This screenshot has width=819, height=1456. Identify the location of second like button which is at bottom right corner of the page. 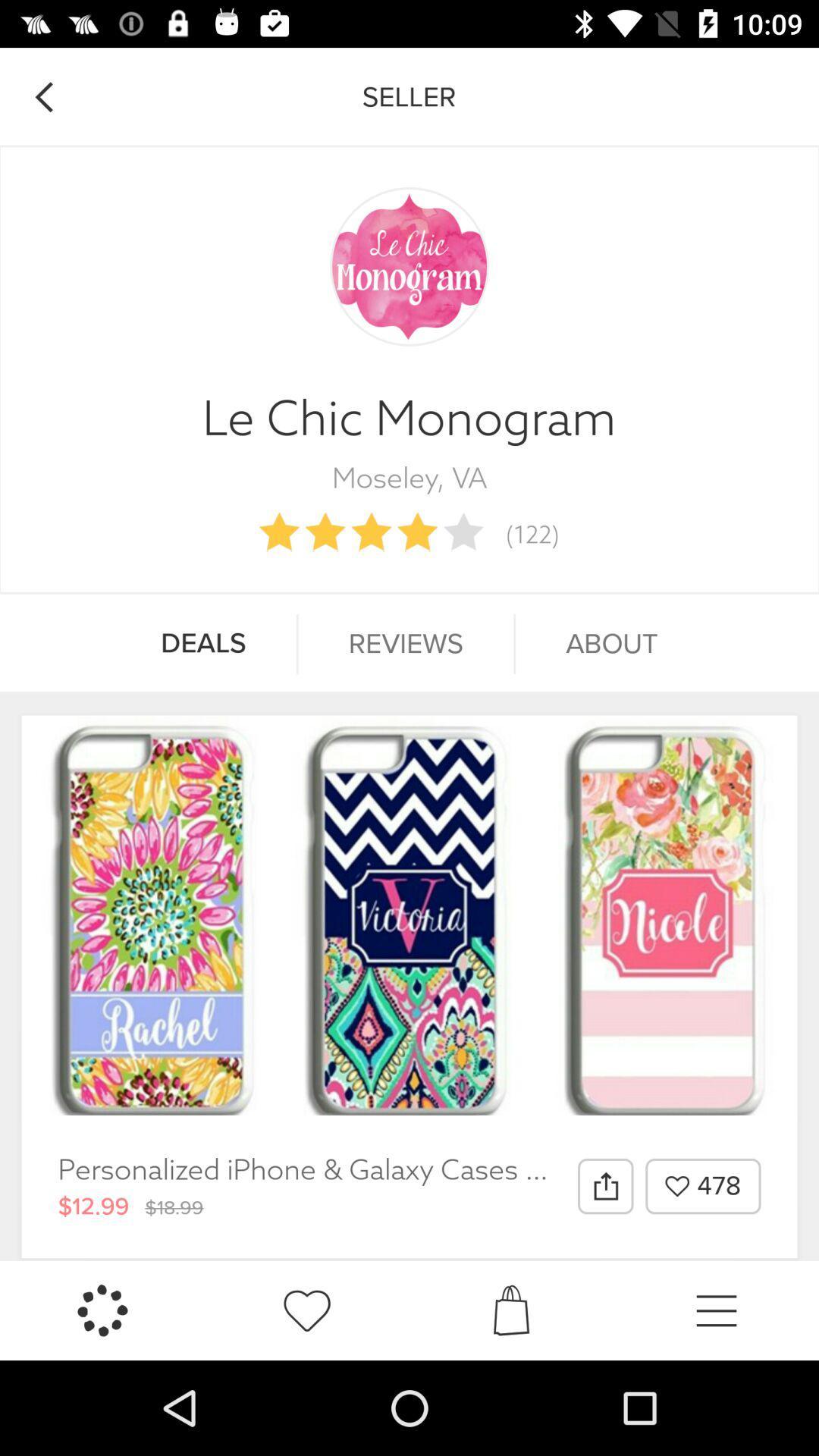
(307, 1310).